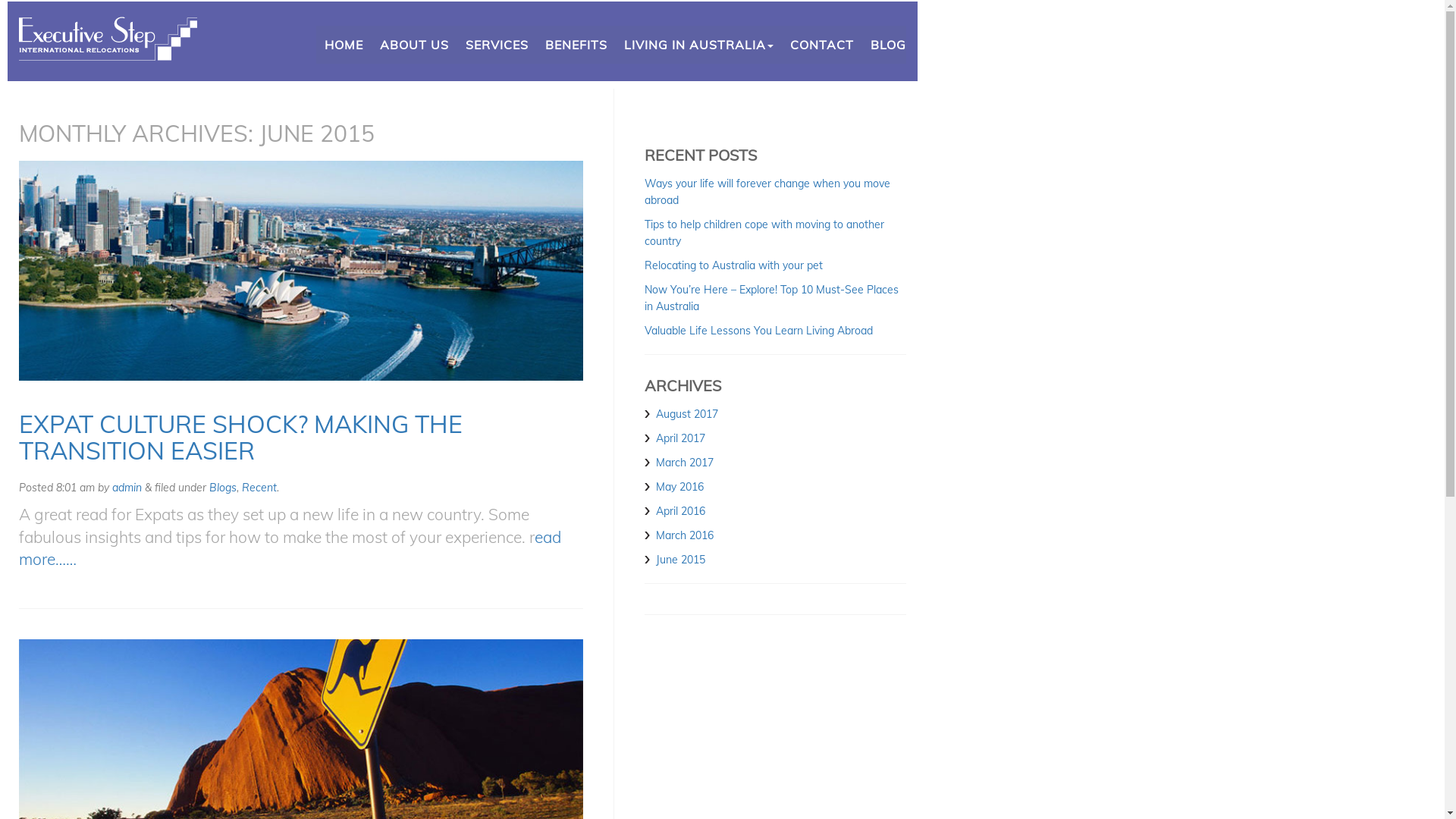 The width and height of the screenshot is (1456, 819). What do you see at coordinates (414, 43) in the screenshot?
I see `'ABOUT US'` at bounding box center [414, 43].